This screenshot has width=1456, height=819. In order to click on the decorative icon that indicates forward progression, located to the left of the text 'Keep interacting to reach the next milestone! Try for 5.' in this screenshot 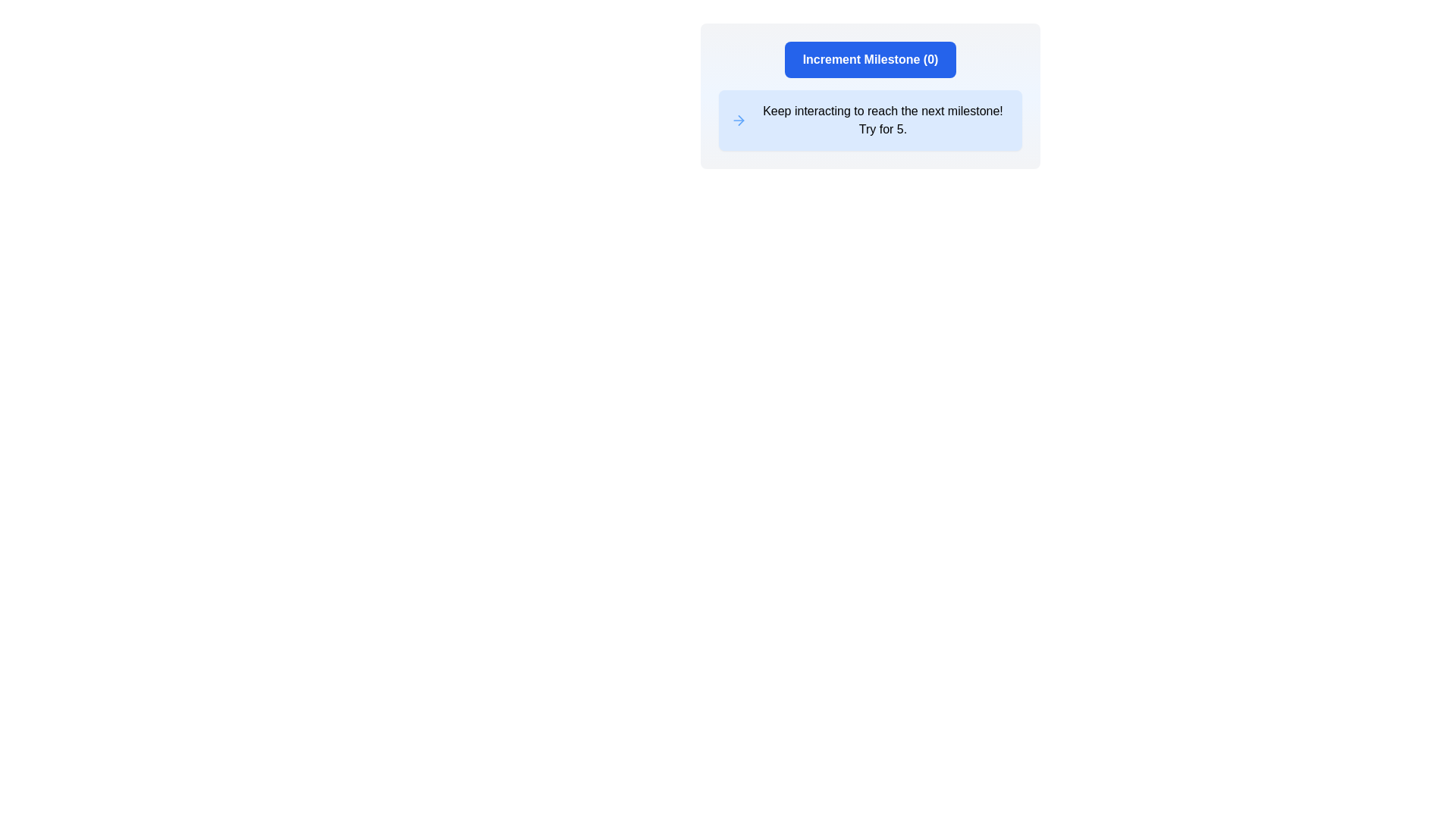, I will do `click(739, 119)`.